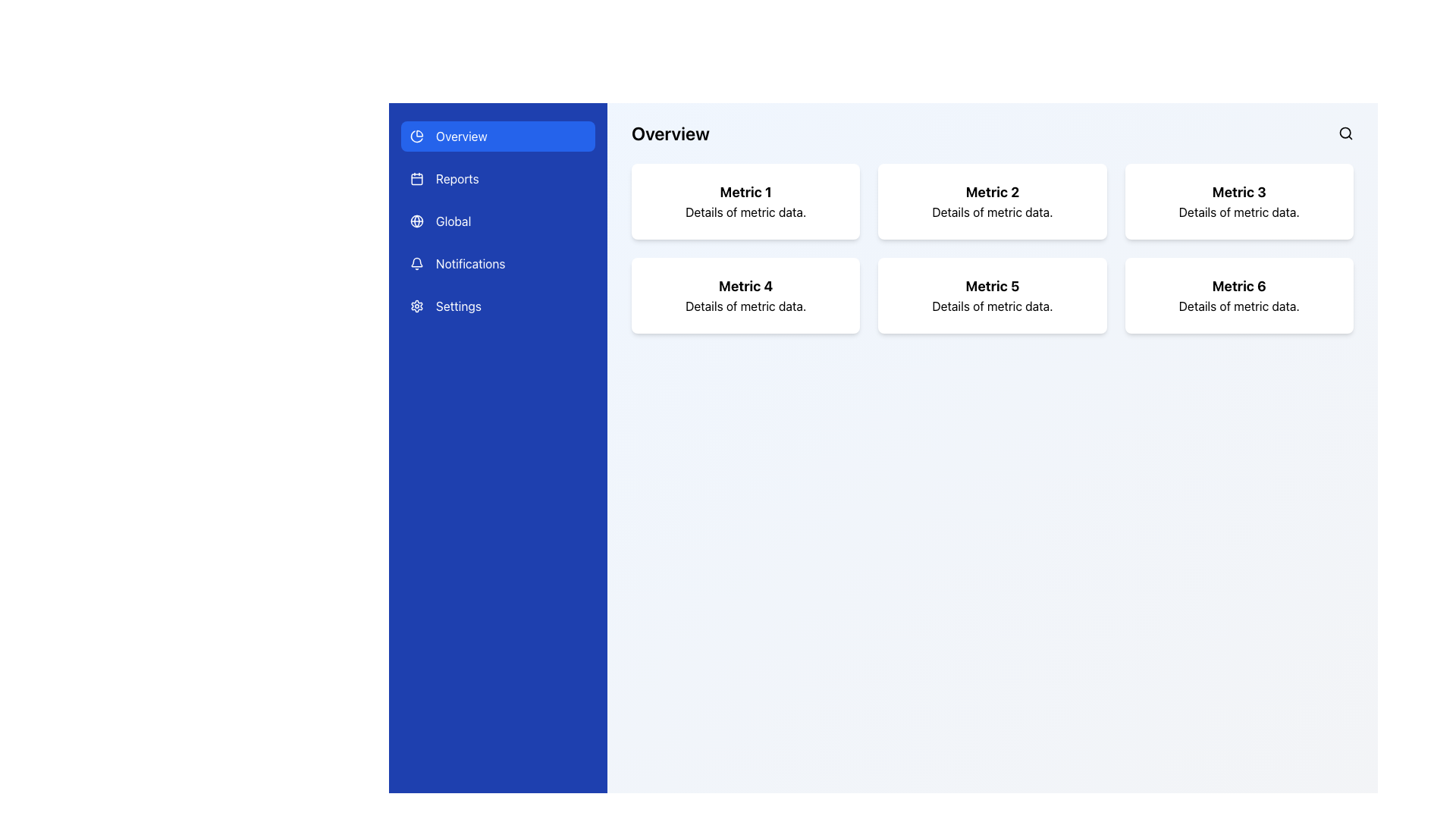 Image resolution: width=1456 pixels, height=819 pixels. I want to click on the displayed information on the Informational Card labeled 'Metric 1', which is positioned in the top-left corner of a 3-column grid layout, so click(745, 201).